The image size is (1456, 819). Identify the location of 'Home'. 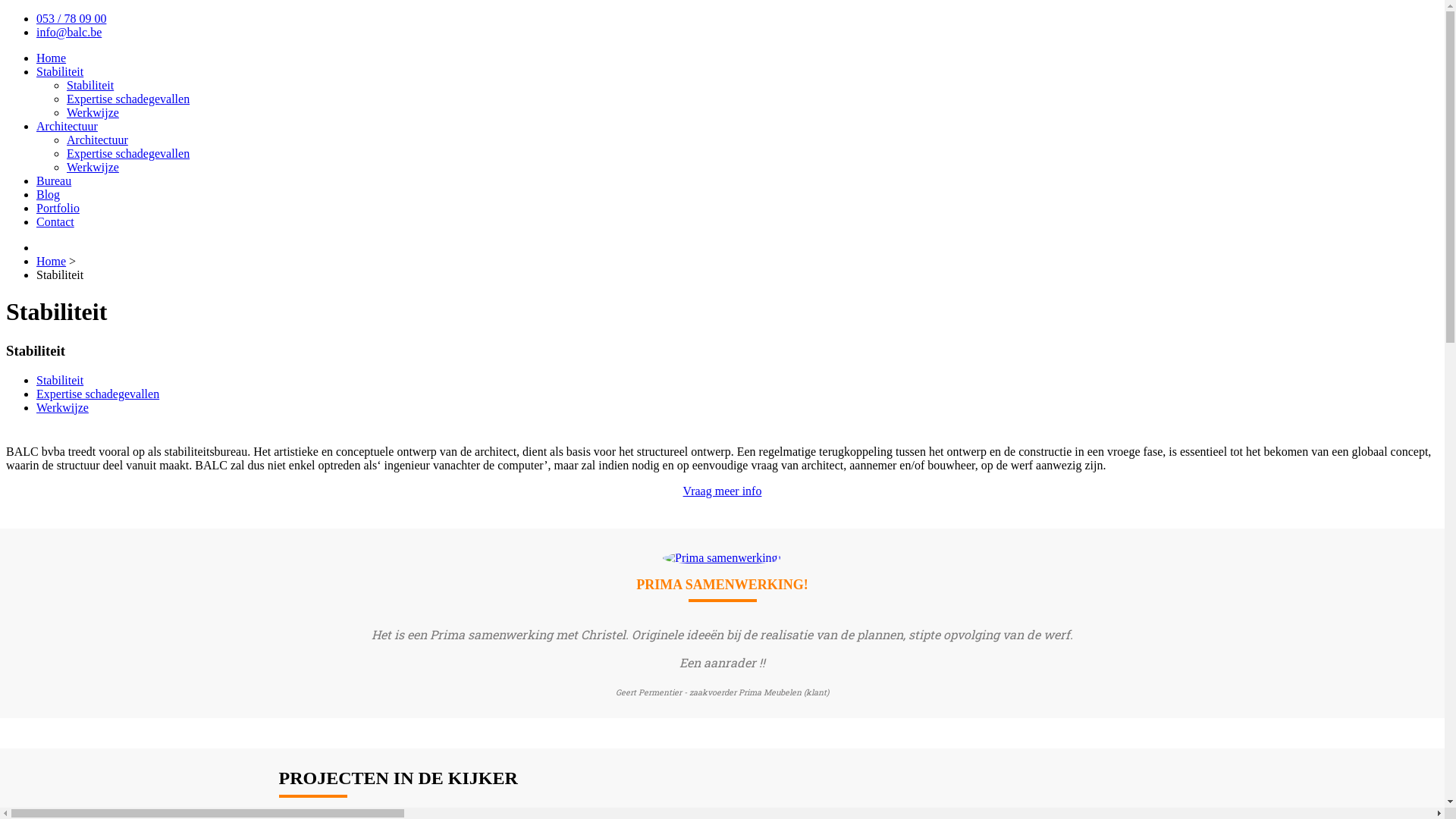
(51, 260).